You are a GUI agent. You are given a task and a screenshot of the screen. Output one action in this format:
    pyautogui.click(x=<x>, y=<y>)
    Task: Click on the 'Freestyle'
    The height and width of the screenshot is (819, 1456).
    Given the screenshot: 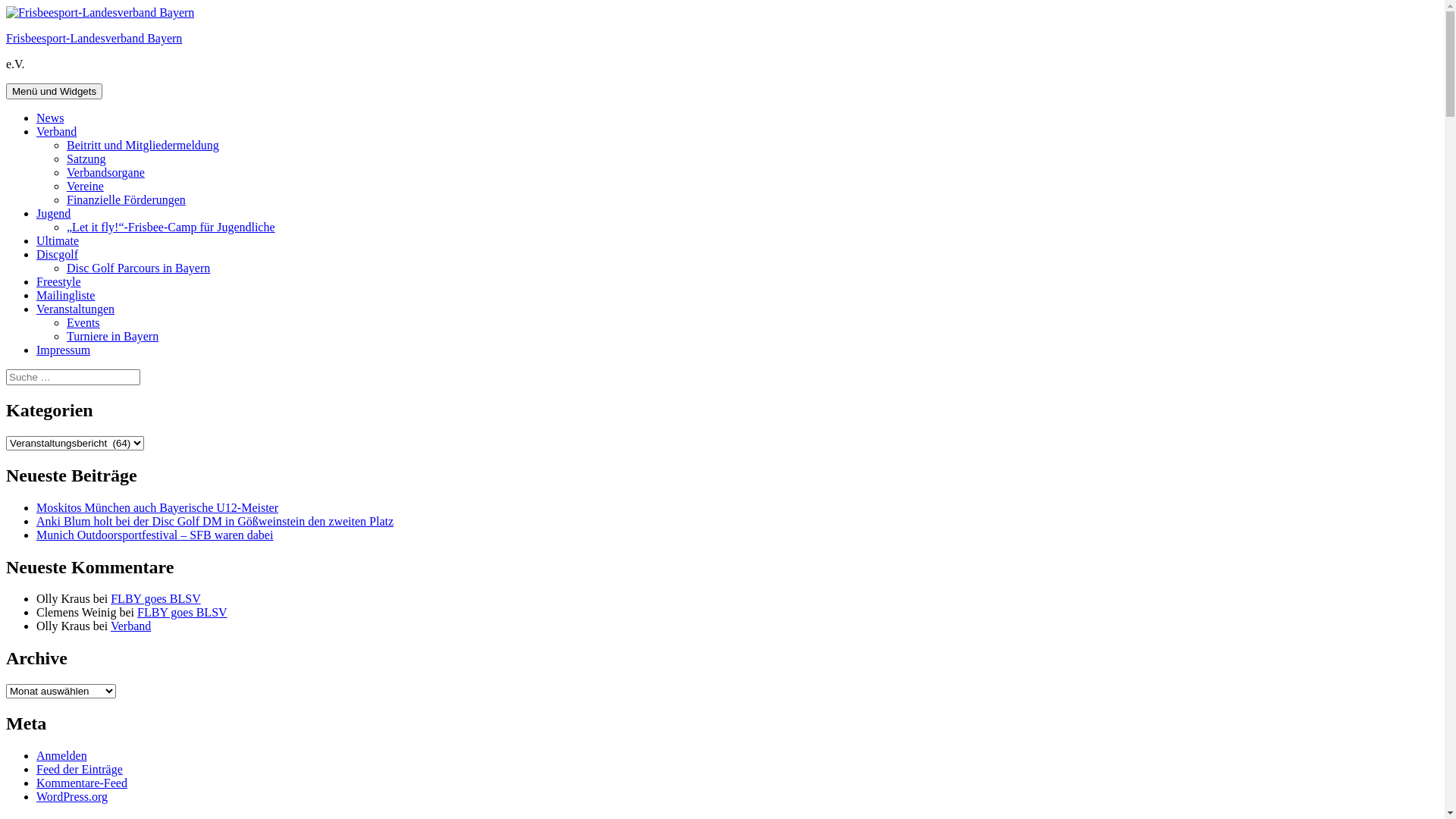 What is the action you would take?
    pyautogui.click(x=58, y=281)
    